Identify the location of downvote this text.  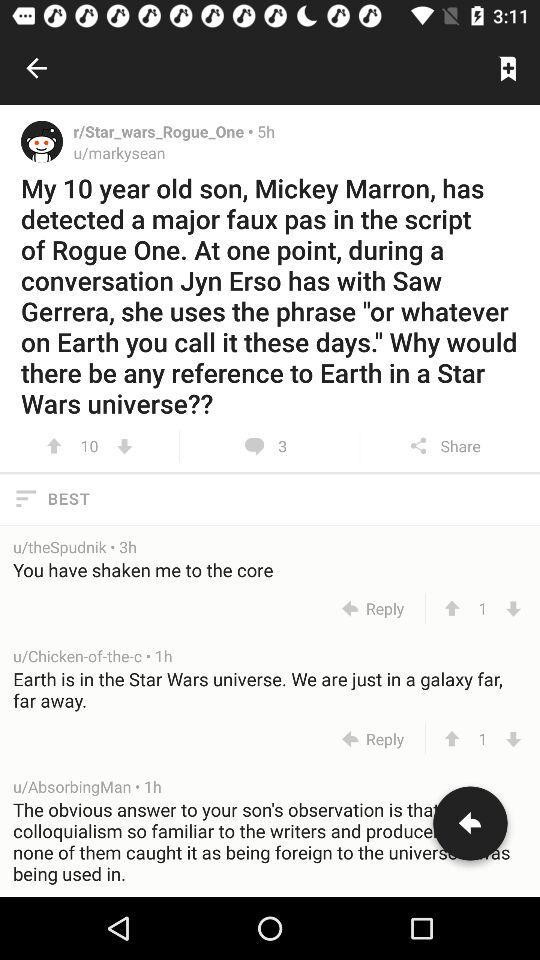
(513, 738).